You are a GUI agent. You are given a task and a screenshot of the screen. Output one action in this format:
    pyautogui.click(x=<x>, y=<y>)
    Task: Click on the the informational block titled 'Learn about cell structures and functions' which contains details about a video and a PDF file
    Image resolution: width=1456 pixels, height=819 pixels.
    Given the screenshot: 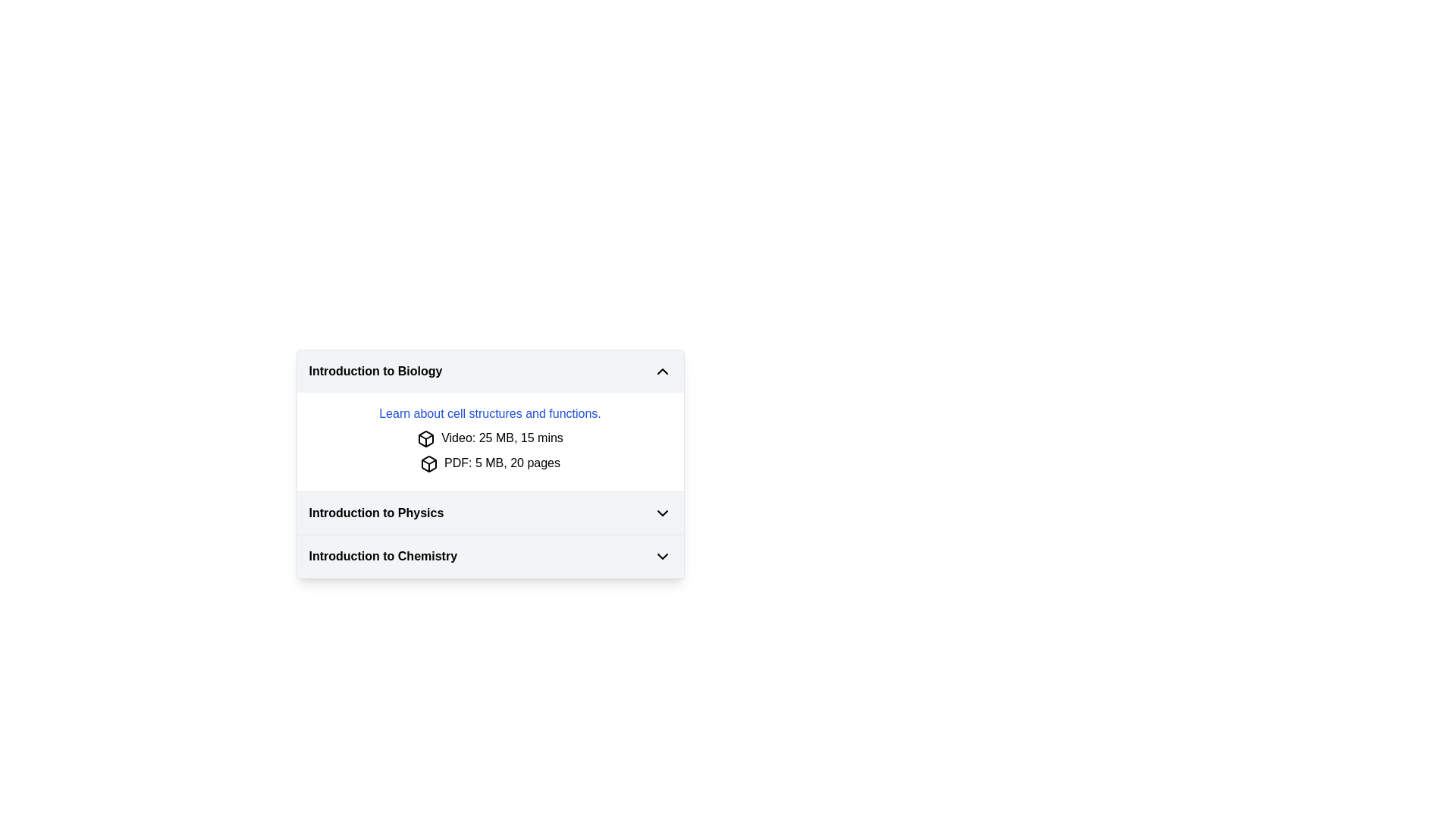 What is the action you would take?
    pyautogui.click(x=490, y=441)
    